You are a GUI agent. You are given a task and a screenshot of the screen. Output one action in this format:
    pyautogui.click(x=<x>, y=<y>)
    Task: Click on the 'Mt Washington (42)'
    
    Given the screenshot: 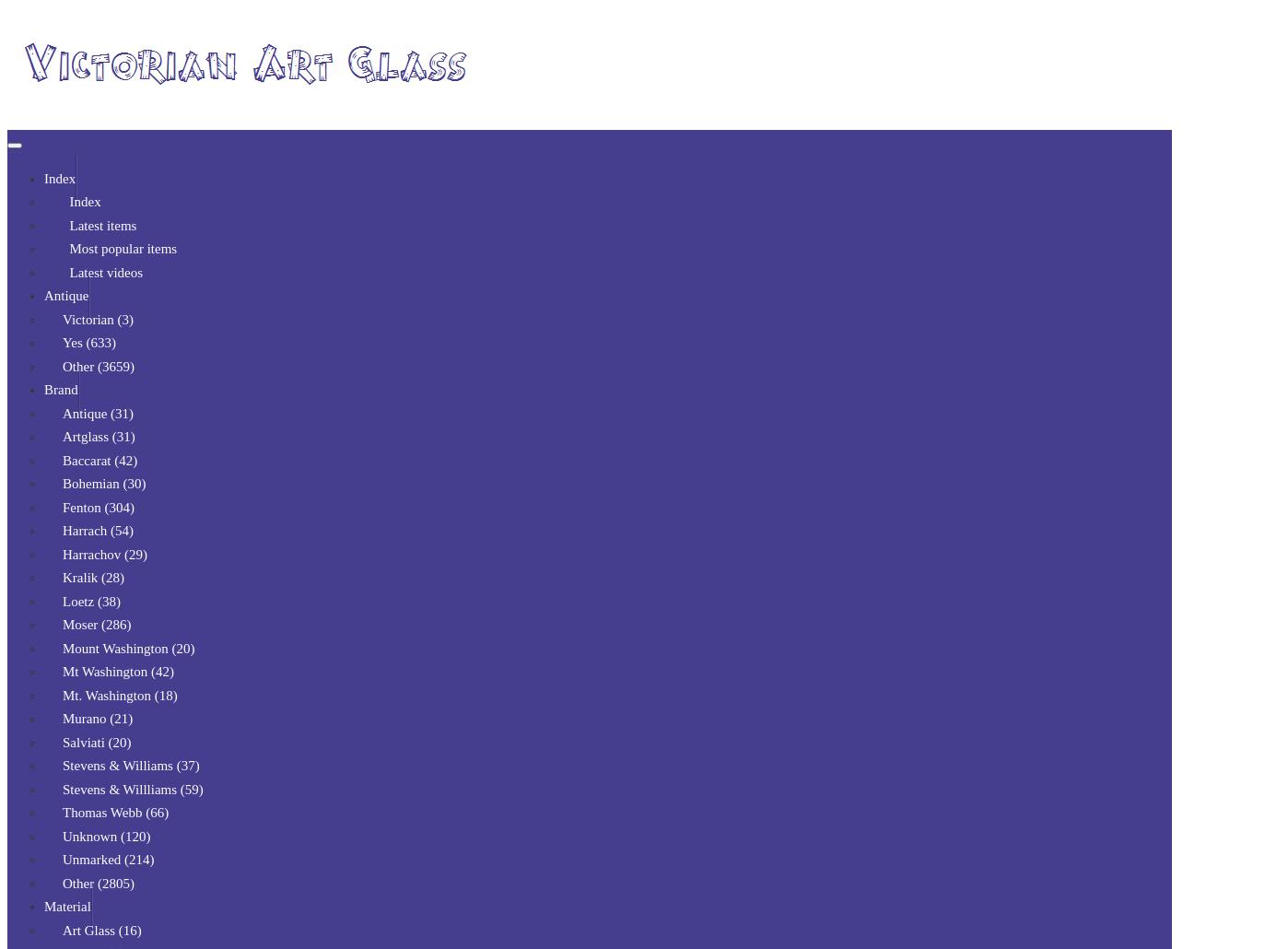 What is the action you would take?
    pyautogui.click(x=118, y=672)
    